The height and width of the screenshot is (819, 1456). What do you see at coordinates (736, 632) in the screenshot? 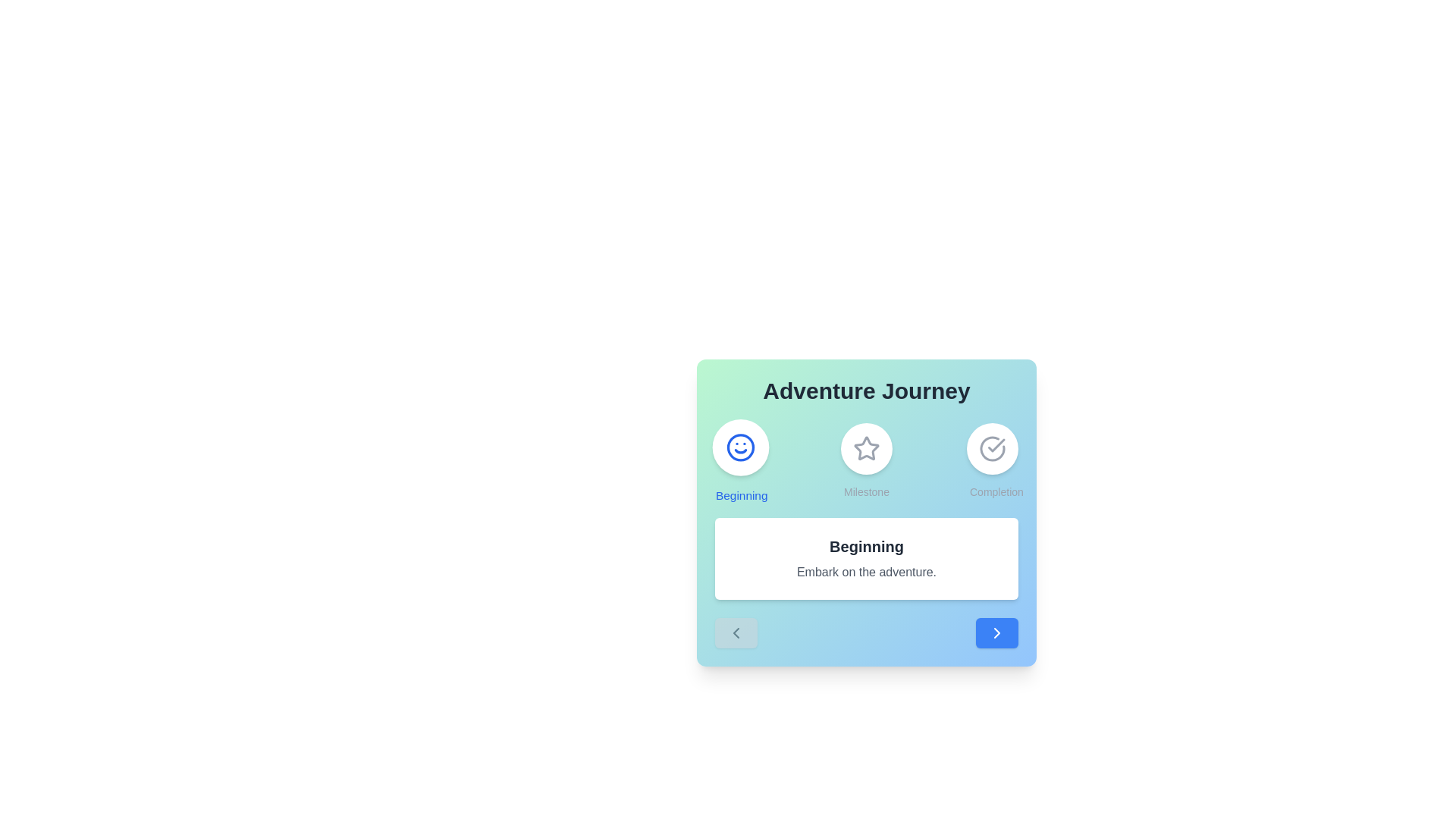
I see `the 'Previous' button to navigate to the previous stage` at bounding box center [736, 632].